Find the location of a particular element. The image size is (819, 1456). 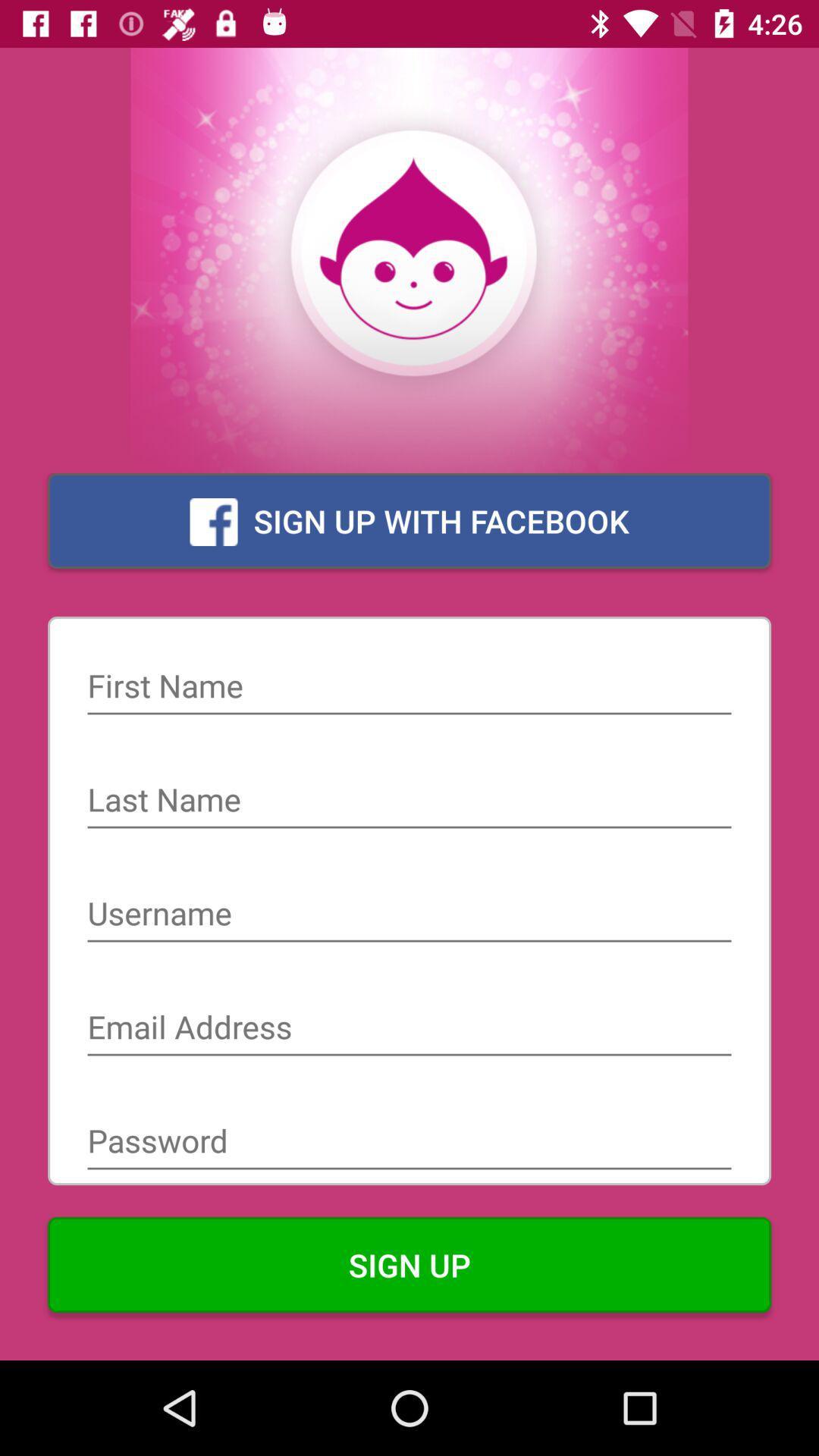

autoplay is located at coordinates (409, 801).